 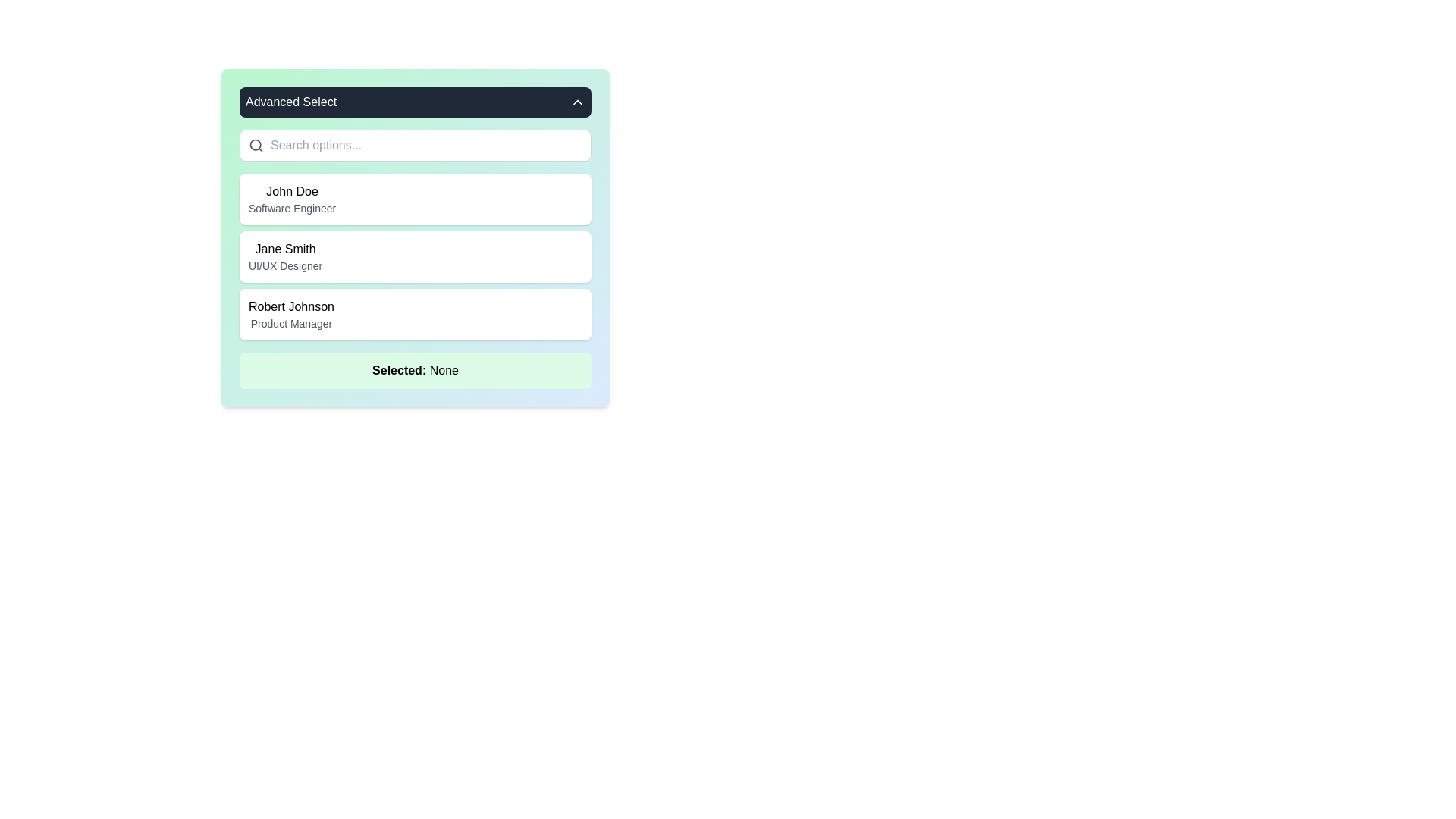 I want to click on to select the first list item displaying 'John Doe' and 'Software Engineer' within the selection menu, so click(x=292, y=198).